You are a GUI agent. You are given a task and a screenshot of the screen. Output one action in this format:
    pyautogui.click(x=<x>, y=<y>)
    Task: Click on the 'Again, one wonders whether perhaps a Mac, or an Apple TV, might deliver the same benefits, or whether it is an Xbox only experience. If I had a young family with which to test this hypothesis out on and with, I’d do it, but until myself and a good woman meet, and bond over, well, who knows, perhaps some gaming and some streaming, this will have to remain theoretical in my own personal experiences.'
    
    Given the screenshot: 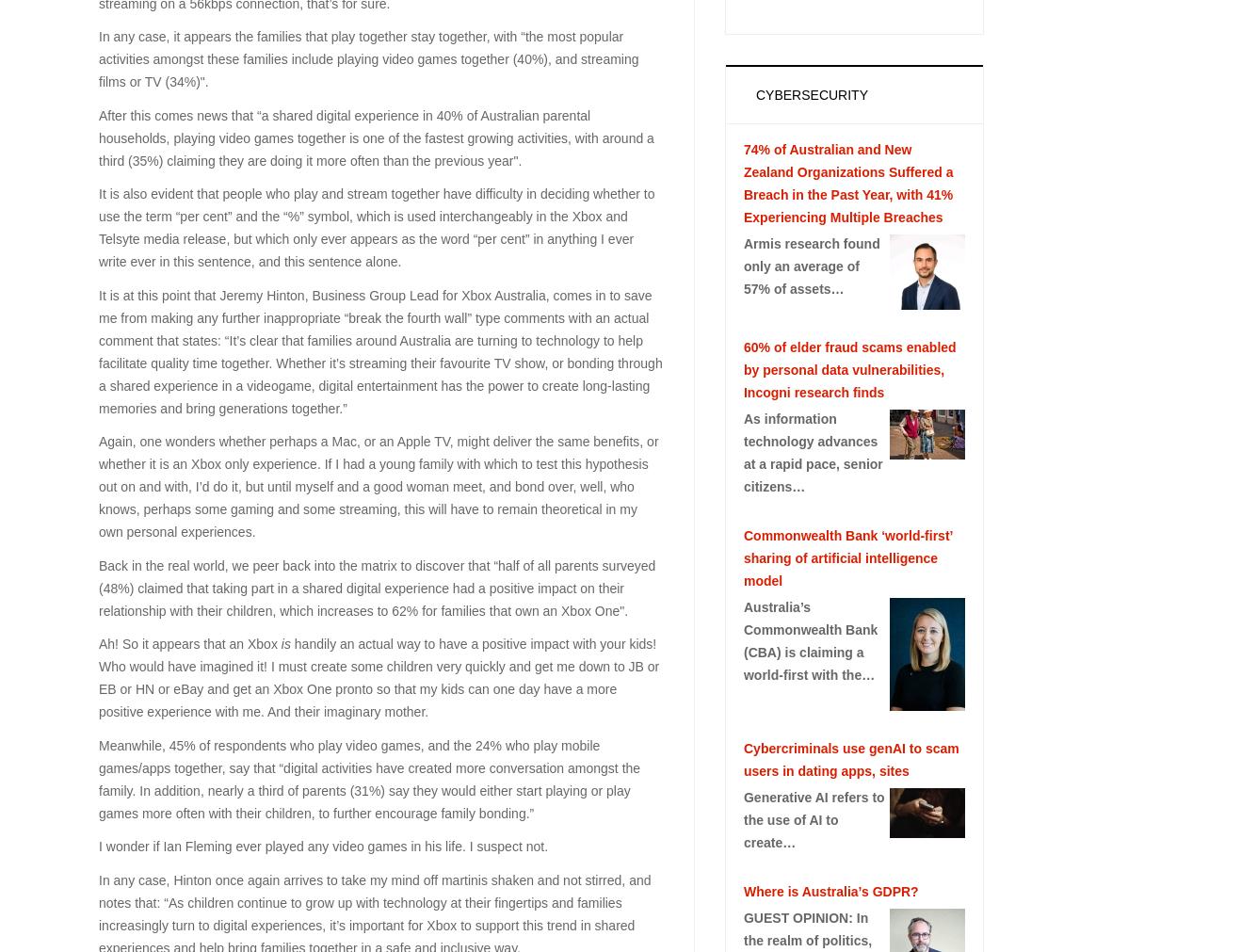 What is the action you would take?
    pyautogui.click(x=377, y=487)
    